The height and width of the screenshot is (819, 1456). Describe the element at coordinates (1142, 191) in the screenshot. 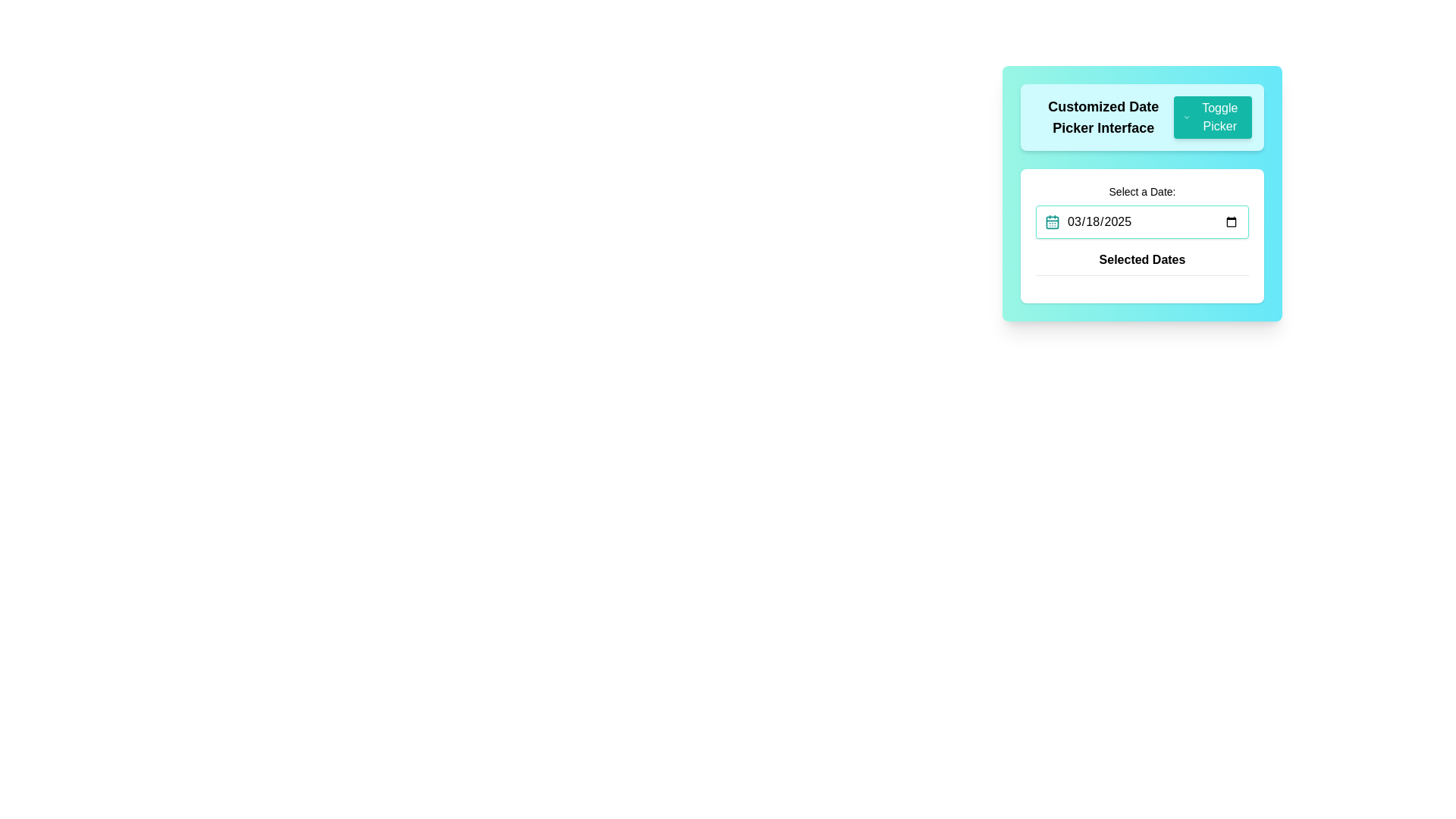

I see `the label that says 'Select a Date:', which is styled in a small, bold font and is positioned above the date input box in the date picker interface` at that location.